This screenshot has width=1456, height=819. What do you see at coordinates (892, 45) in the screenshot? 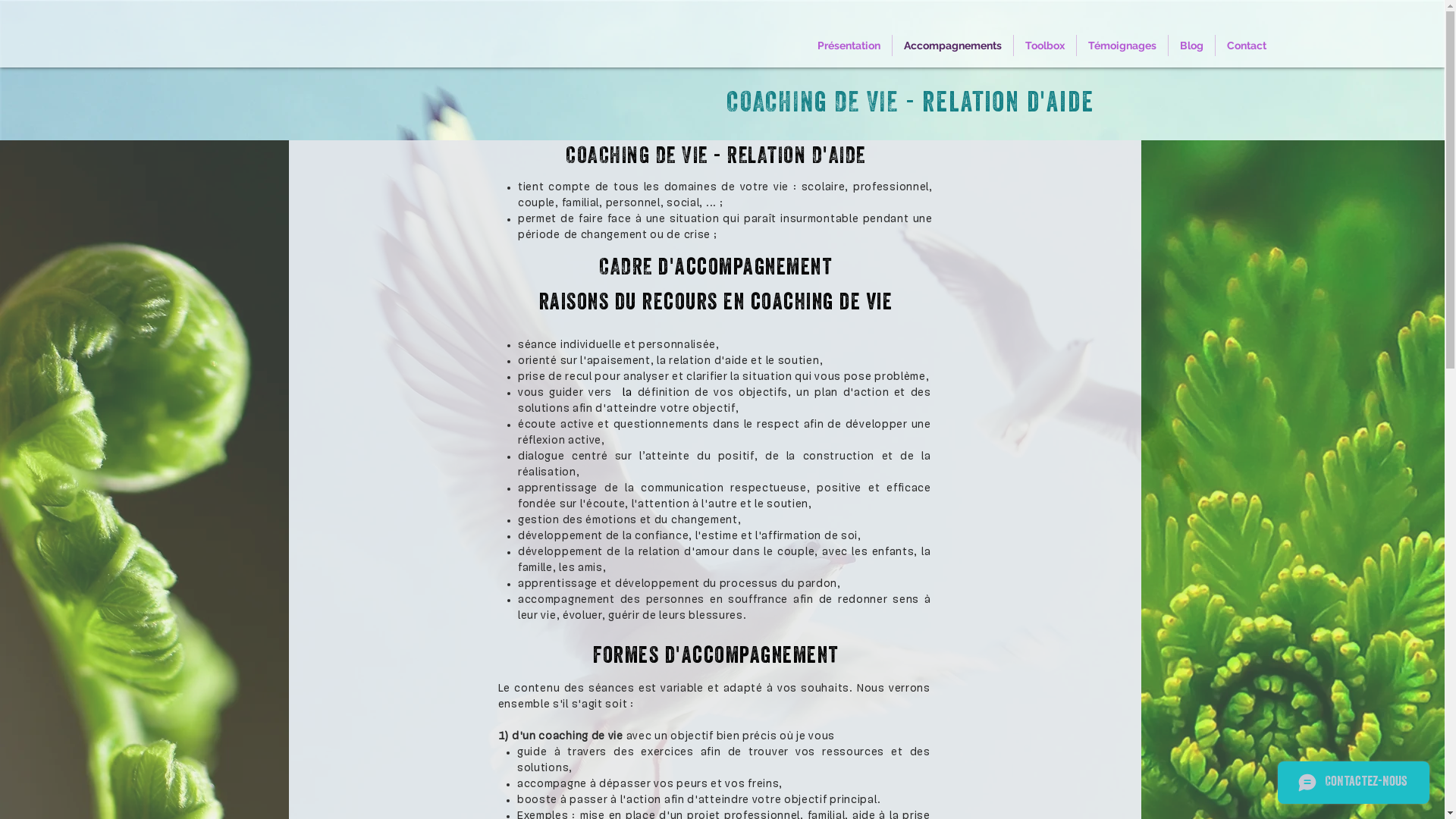
I see `'Accompagnements'` at bounding box center [892, 45].